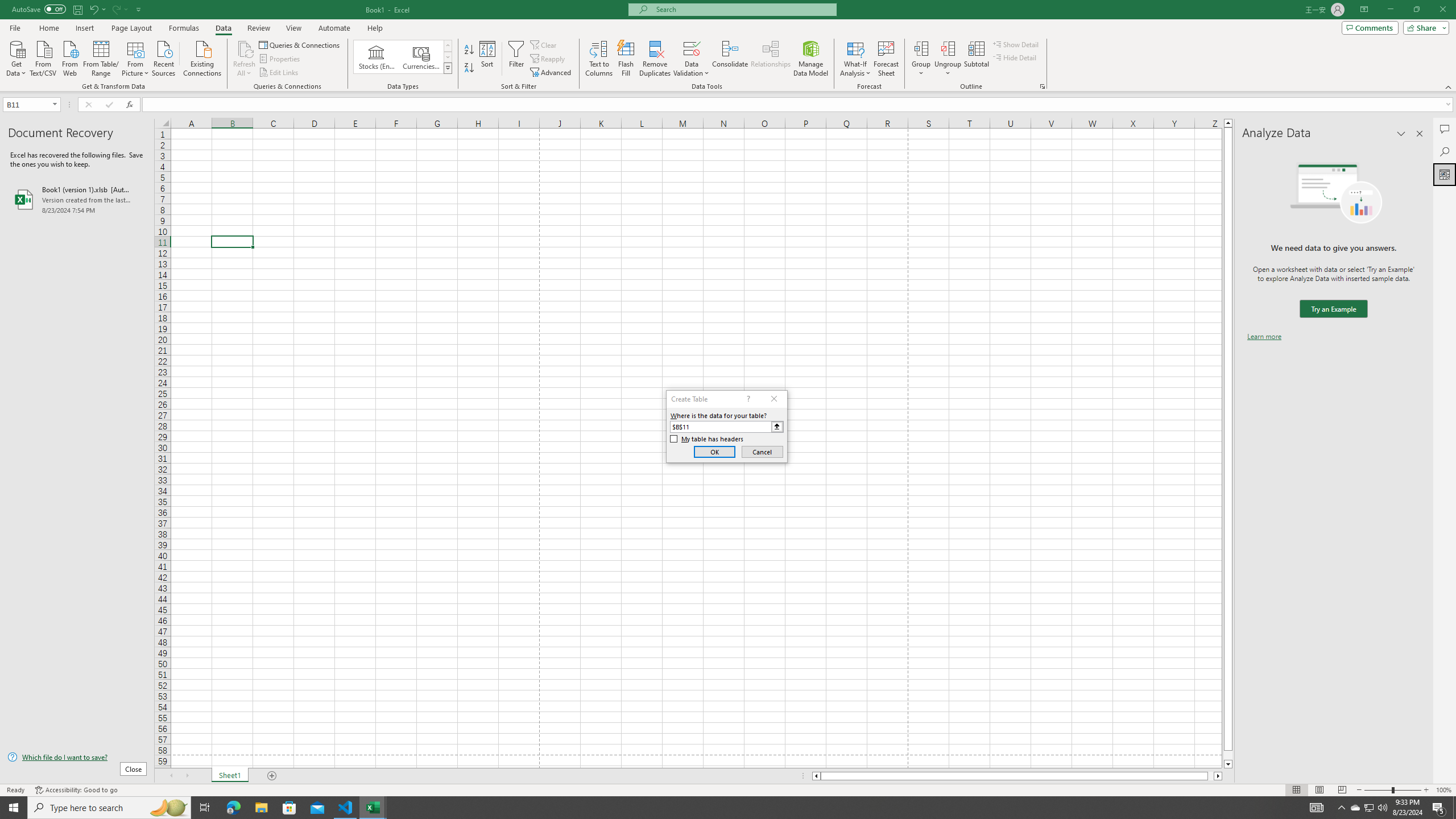 This screenshot has width=1456, height=819. Describe the element at coordinates (626, 59) in the screenshot. I see `'Flash Fill'` at that location.